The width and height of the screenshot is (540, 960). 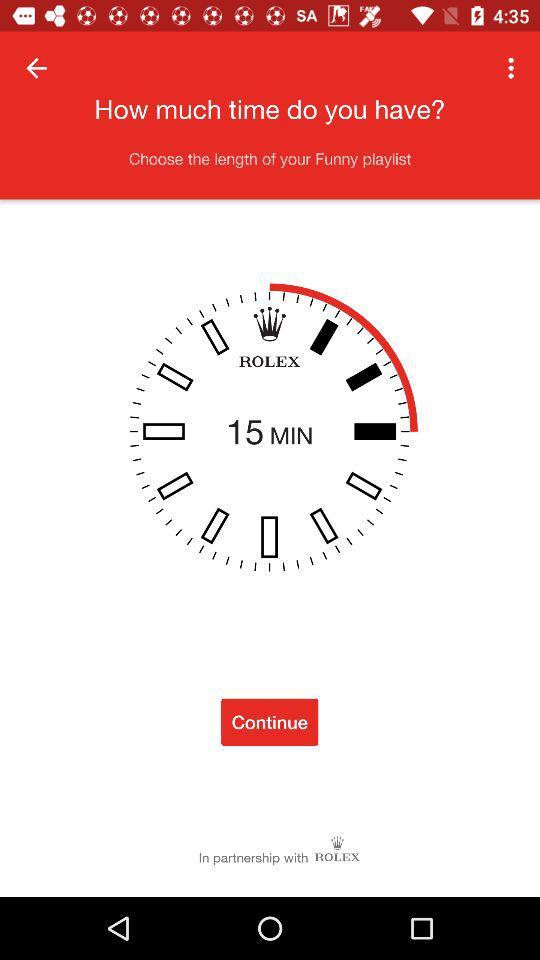 What do you see at coordinates (269, 721) in the screenshot?
I see `the continue` at bounding box center [269, 721].